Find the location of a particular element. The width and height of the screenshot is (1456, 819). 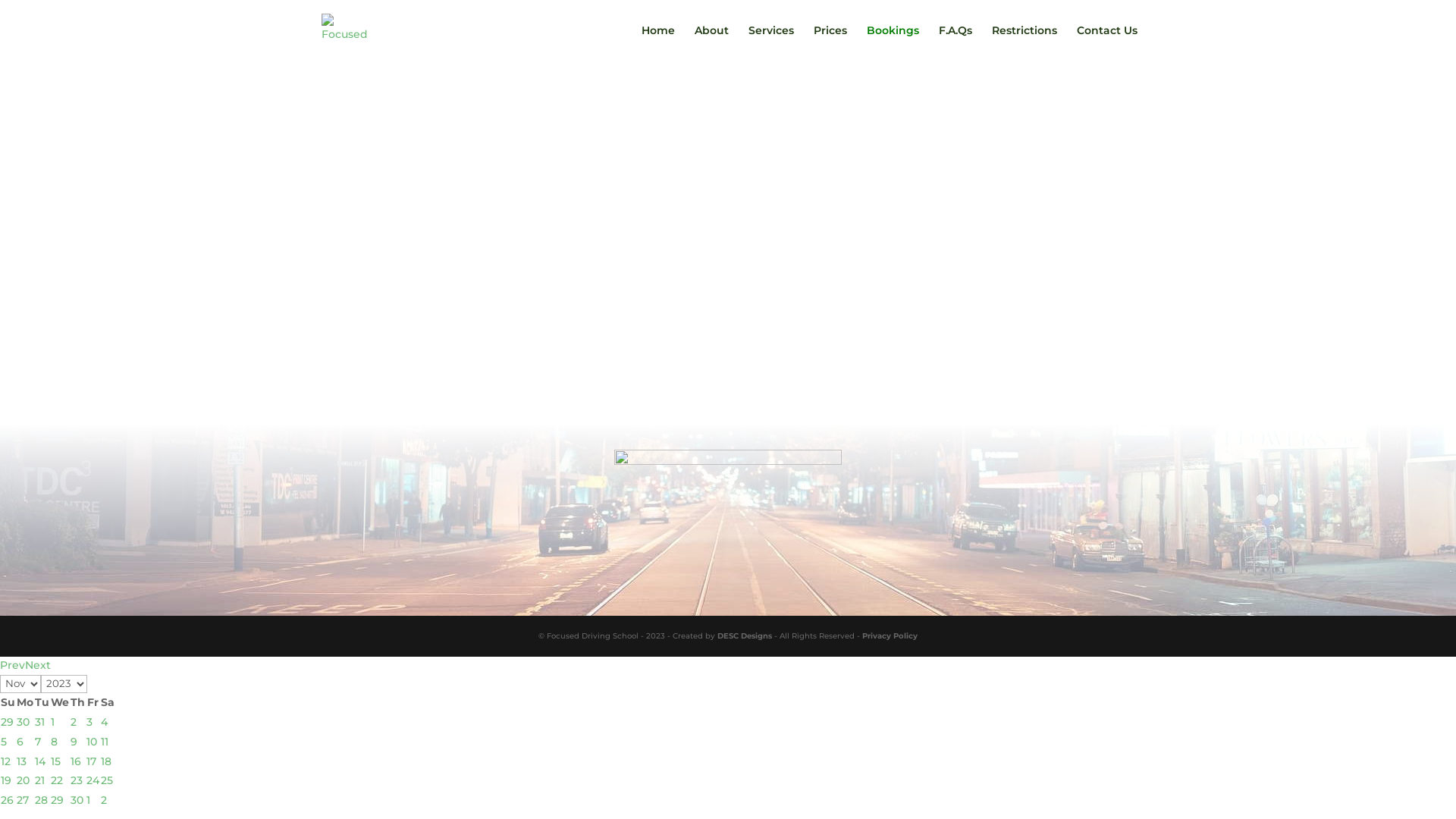

'Privacy Policy' is located at coordinates (890, 635).